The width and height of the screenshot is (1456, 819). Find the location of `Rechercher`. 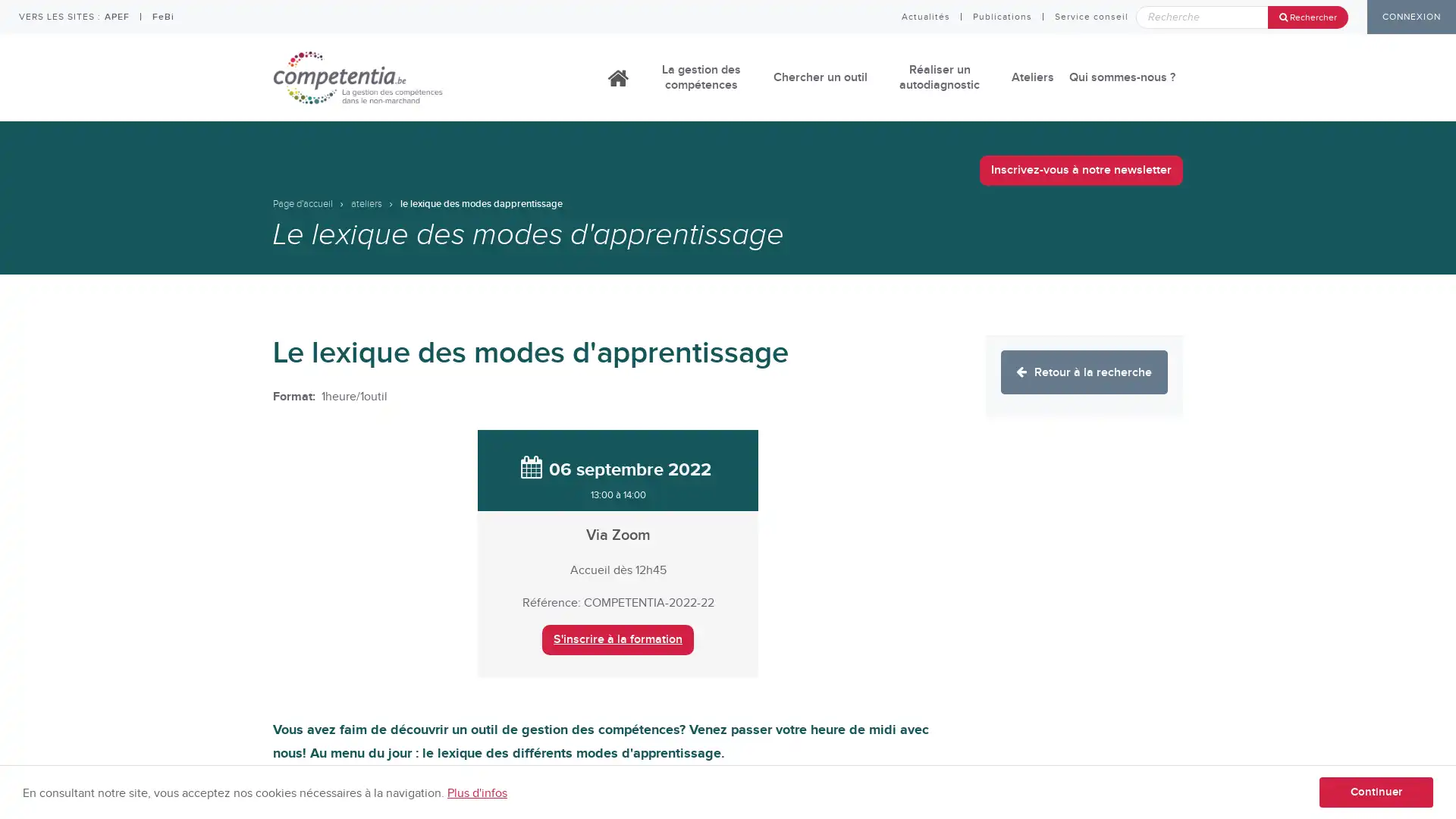

Rechercher is located at coordinates (1307, 17).